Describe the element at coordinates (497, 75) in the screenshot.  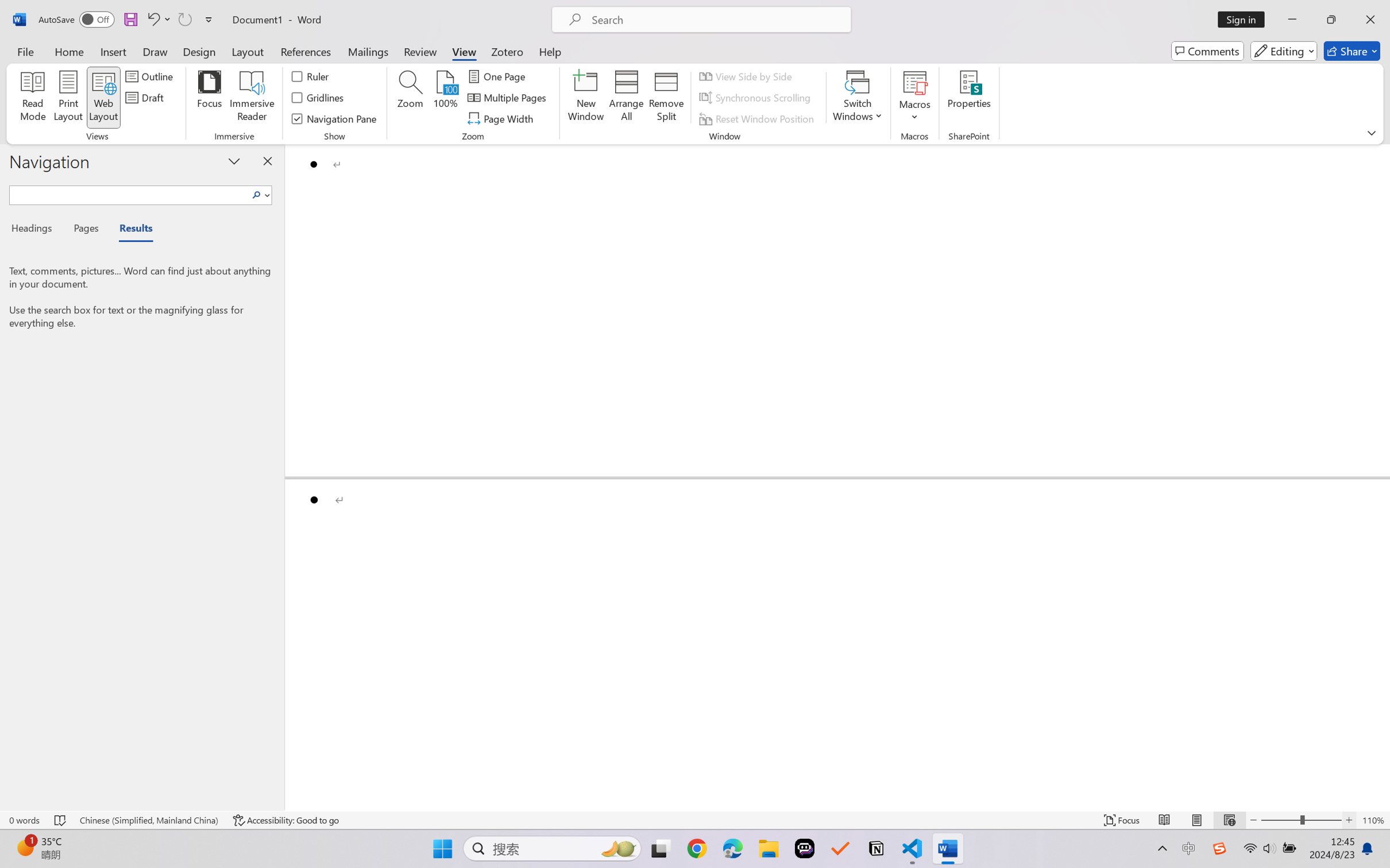
I see `'One Page'` at that location.